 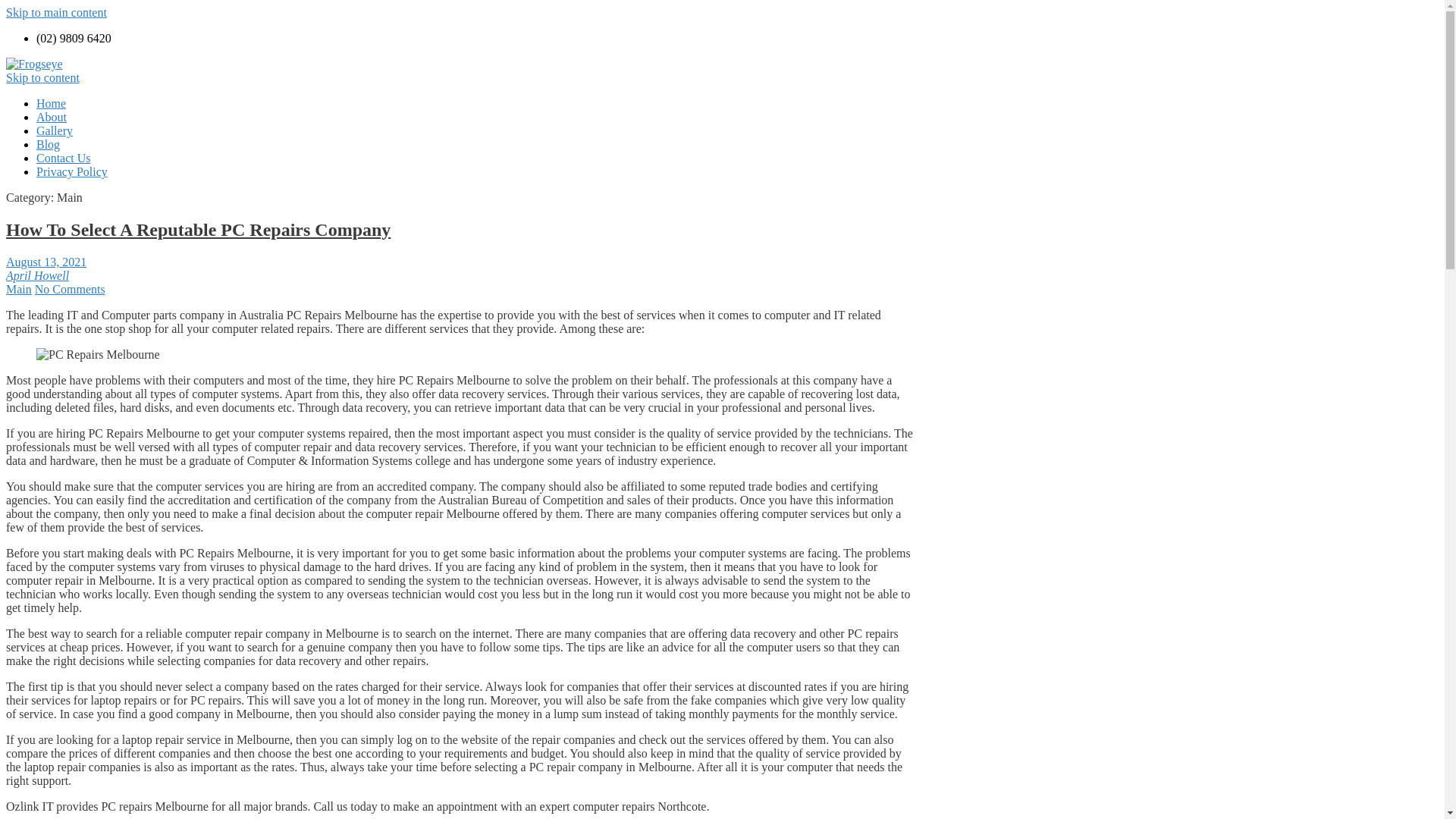 I want to click on 'Contact Us', so click(x=62, y=158).